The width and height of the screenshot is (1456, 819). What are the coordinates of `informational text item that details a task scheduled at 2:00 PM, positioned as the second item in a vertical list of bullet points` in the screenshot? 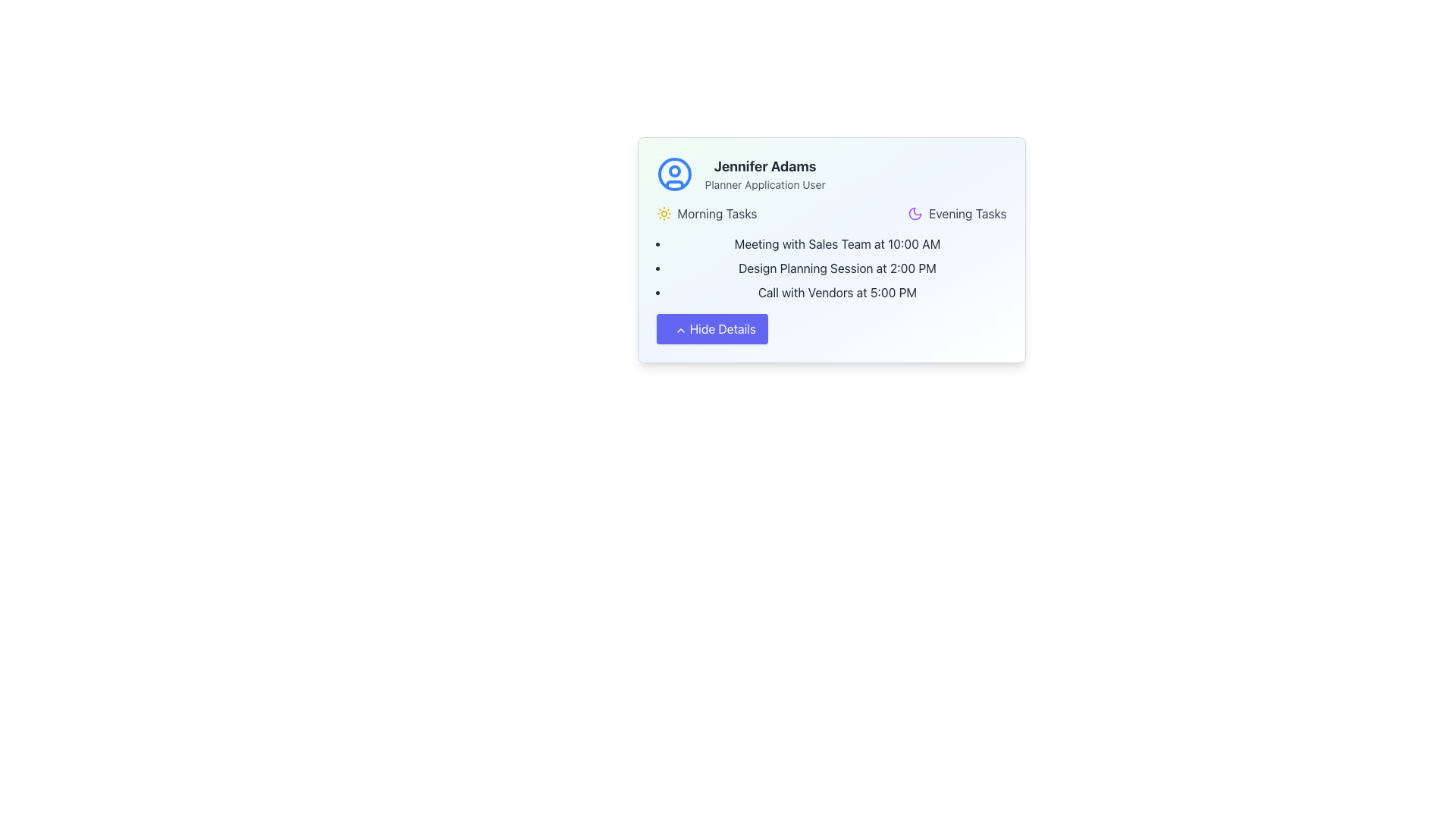 It's located at (836, 268).